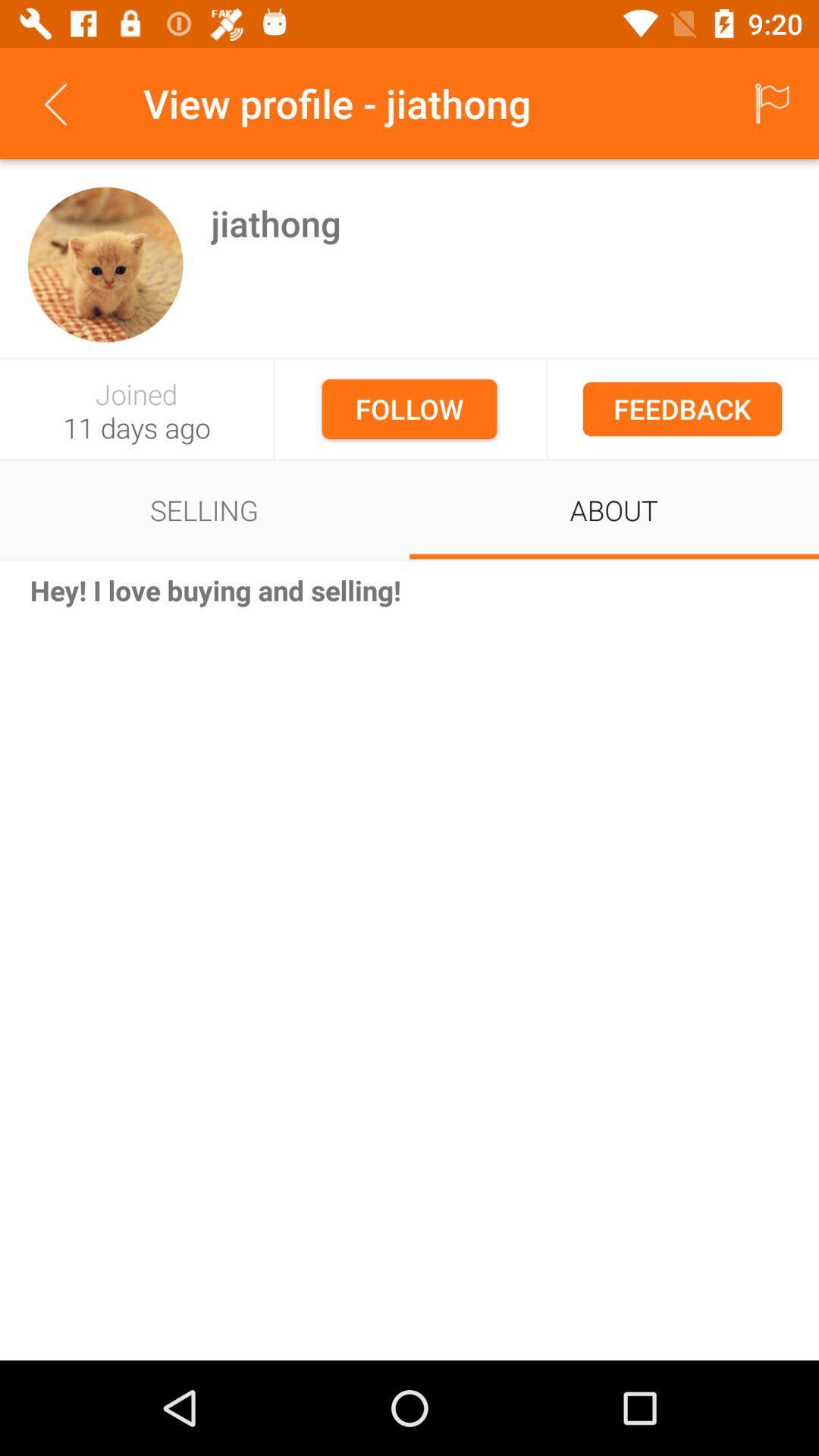 This screenshot has width=819, height=1456. Describe the element at coordinates (105, 265) in the screenshot. I see `image to be descriptive on left` at that location.